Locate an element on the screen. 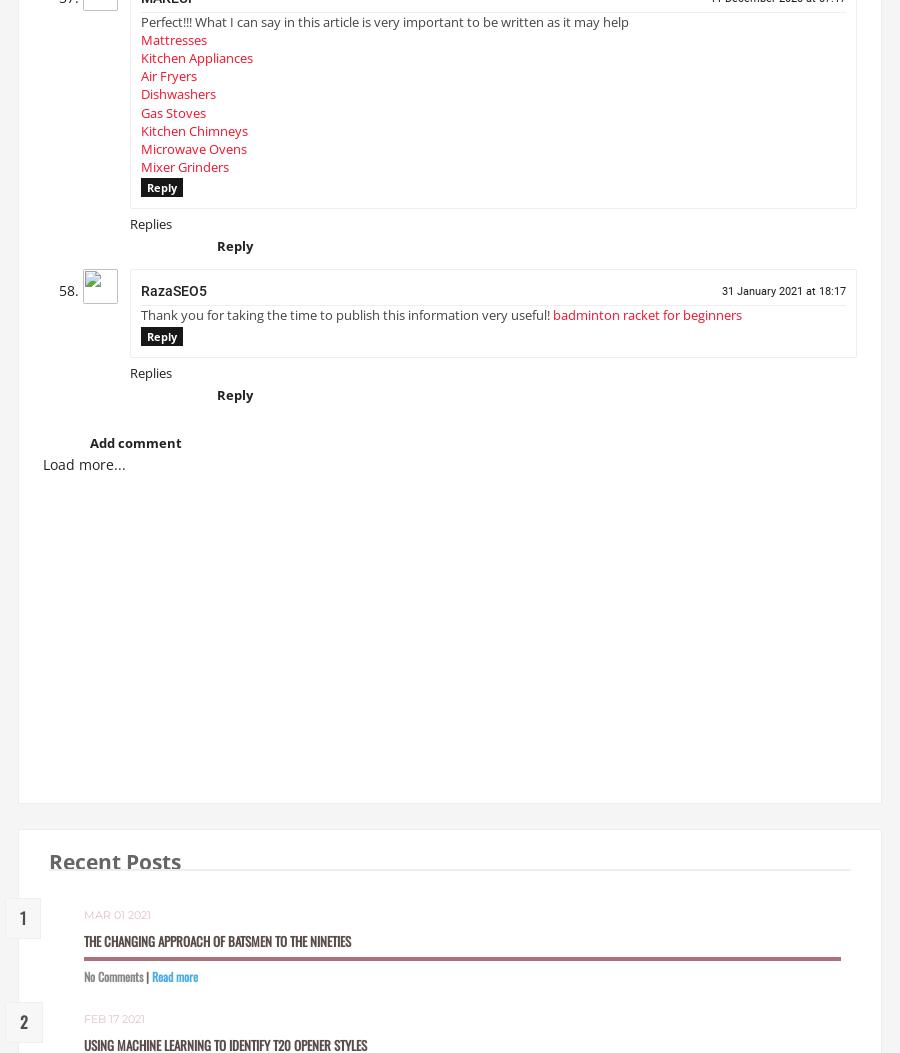 This screenshot has width=900, height=1053. 'Gas Stoves' is located at coordinates (173, 120).